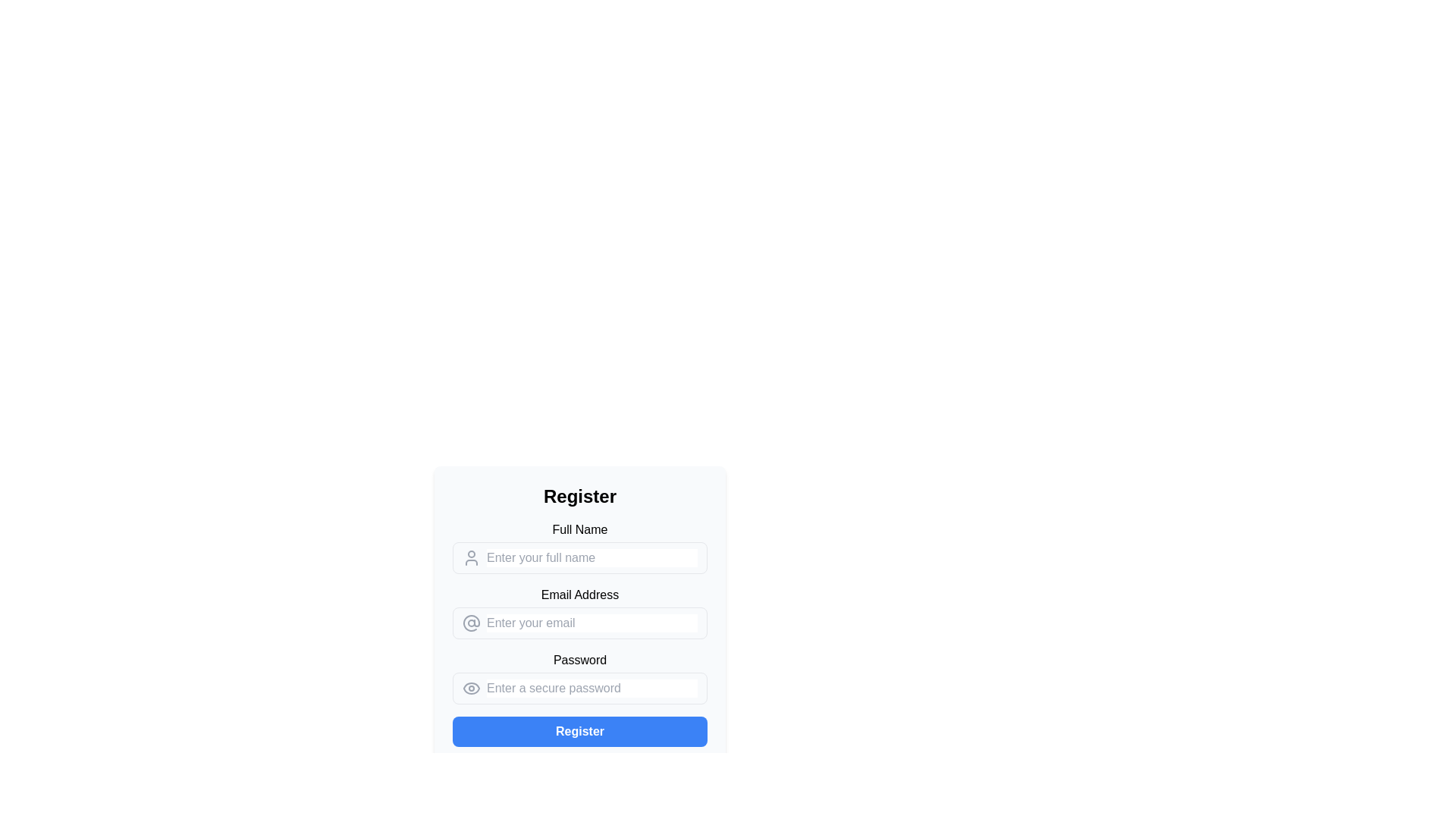 The width and height of the screenshot is (1456, 819). What do you see at coordinates (579, 558) in the screenshot?
I see `into the text input field for 'Full Name' to focus on it for user registration` at bounding box center [579, 558].